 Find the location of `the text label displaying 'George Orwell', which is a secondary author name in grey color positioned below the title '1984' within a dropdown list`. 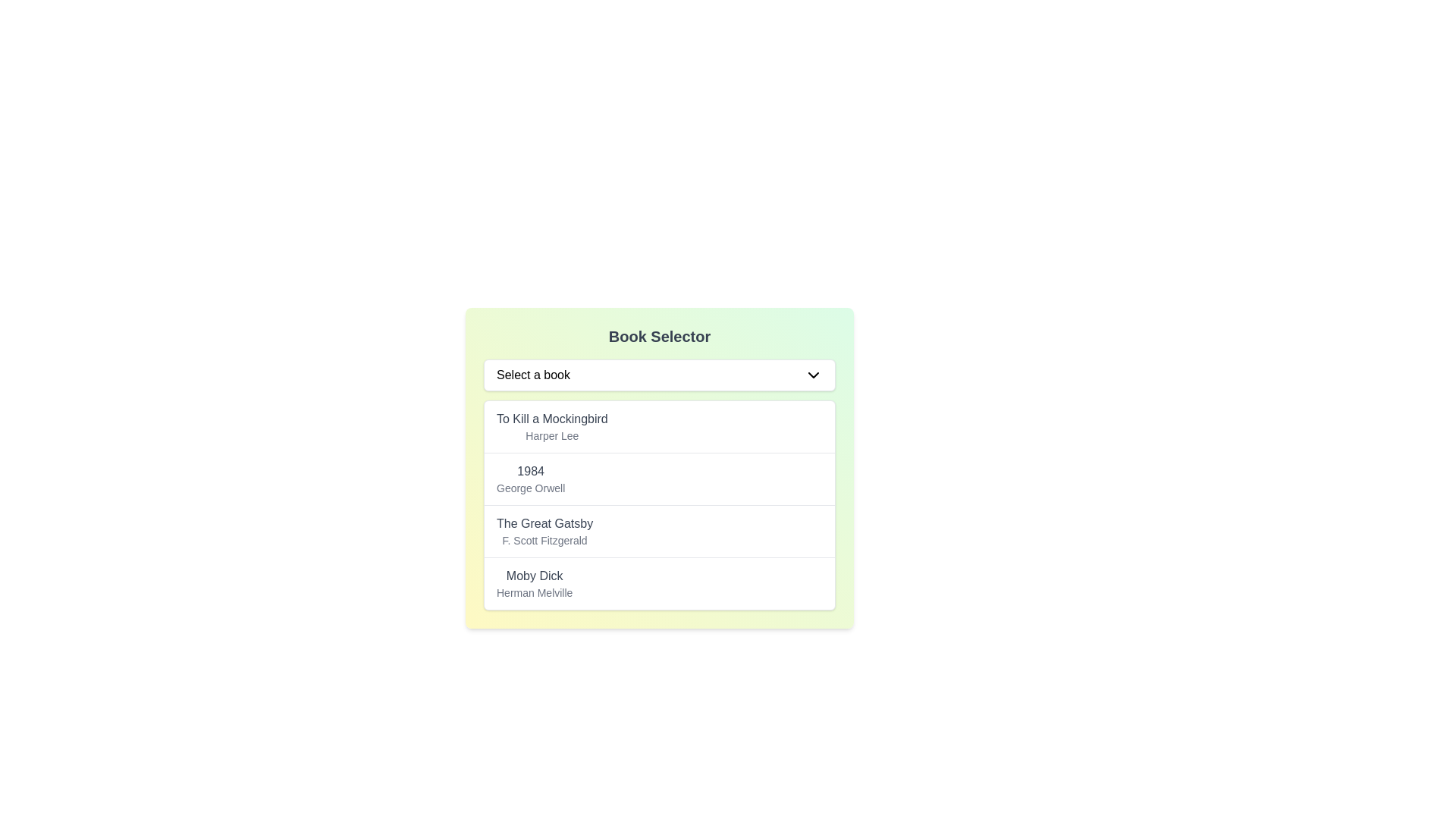

the text label displaying 'George Orwell', which is a secondary author name in grey color positioned below the title '1984' within a dropdown list is located at coordinates (531, 488).